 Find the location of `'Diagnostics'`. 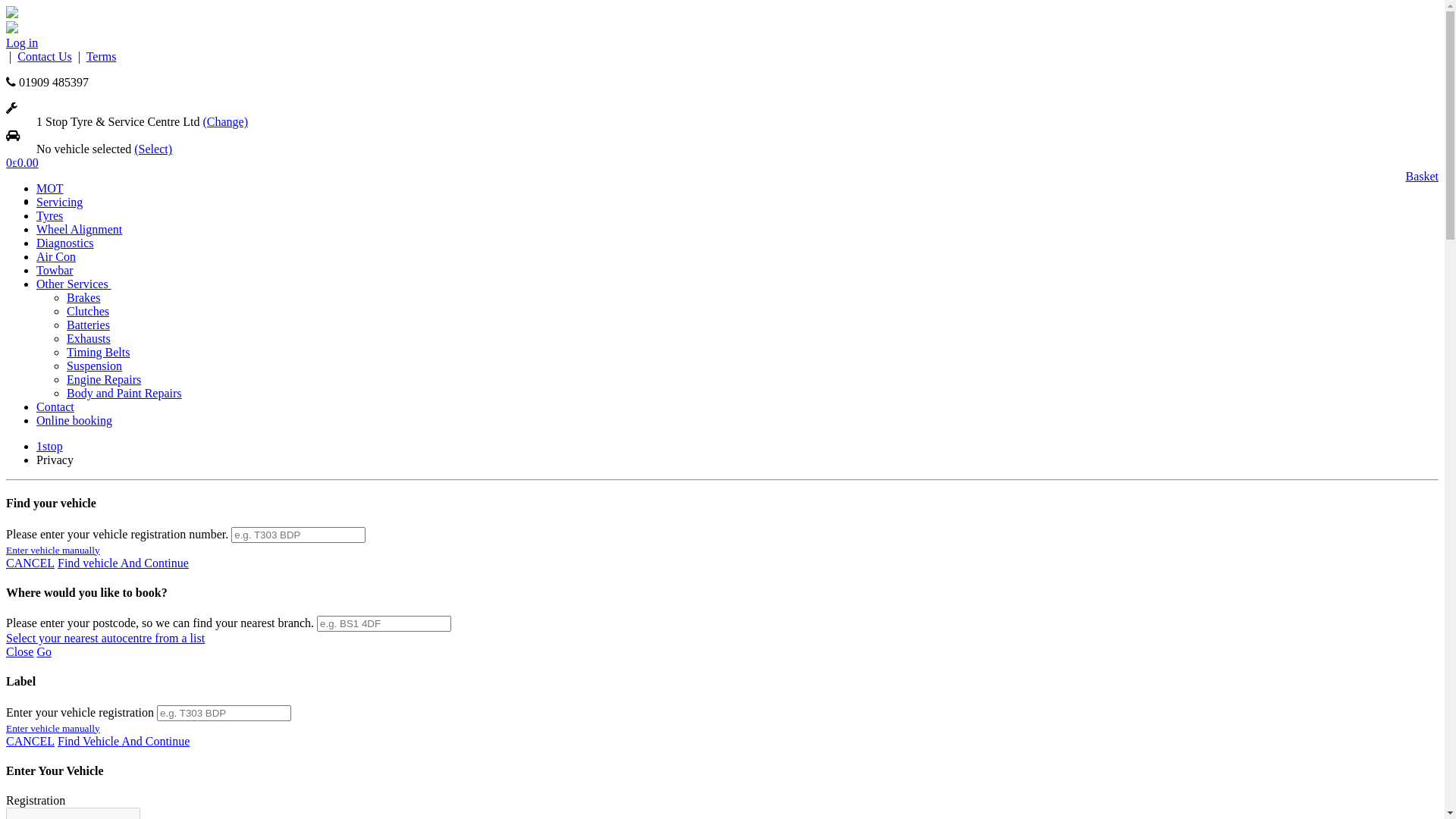

'Diagnostics' is located at coordinates (36, 242).